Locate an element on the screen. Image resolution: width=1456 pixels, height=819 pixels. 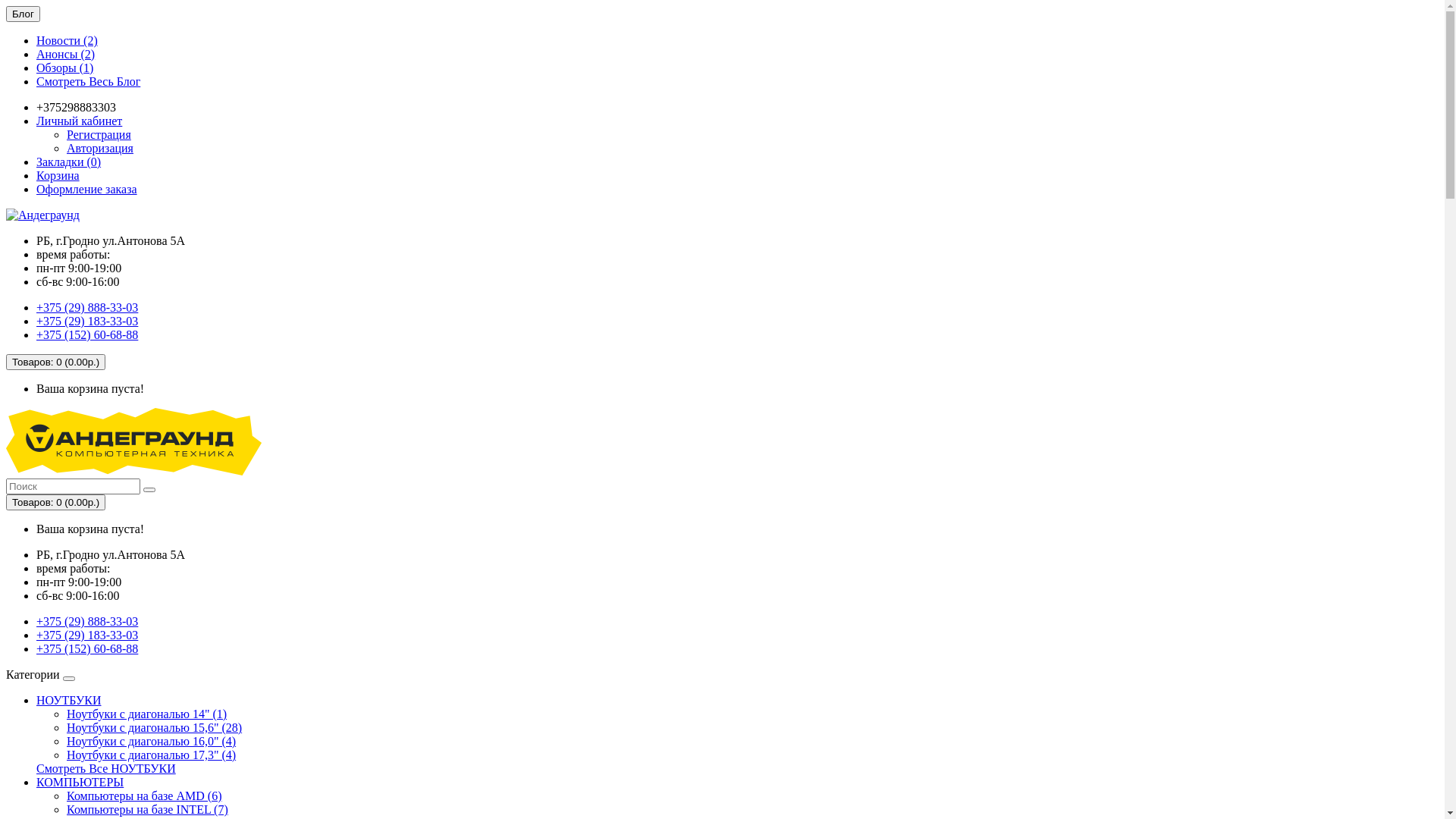
'+375 (29) 888-33-03' is located at coordinates (86, 307).